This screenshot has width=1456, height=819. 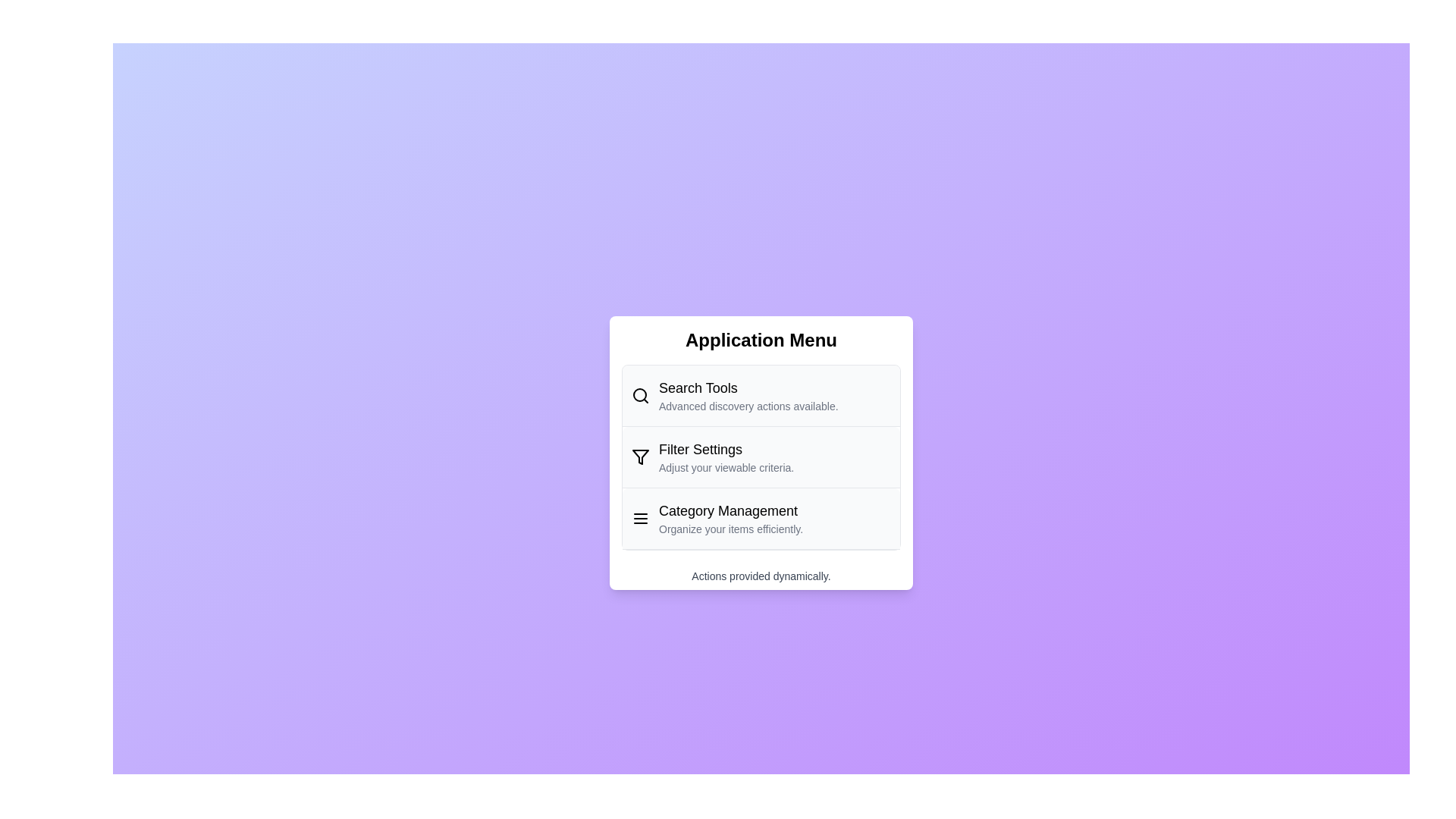 I want to click on the menu item corresponding to Category Management to open its section, so click(x=761, y=517).